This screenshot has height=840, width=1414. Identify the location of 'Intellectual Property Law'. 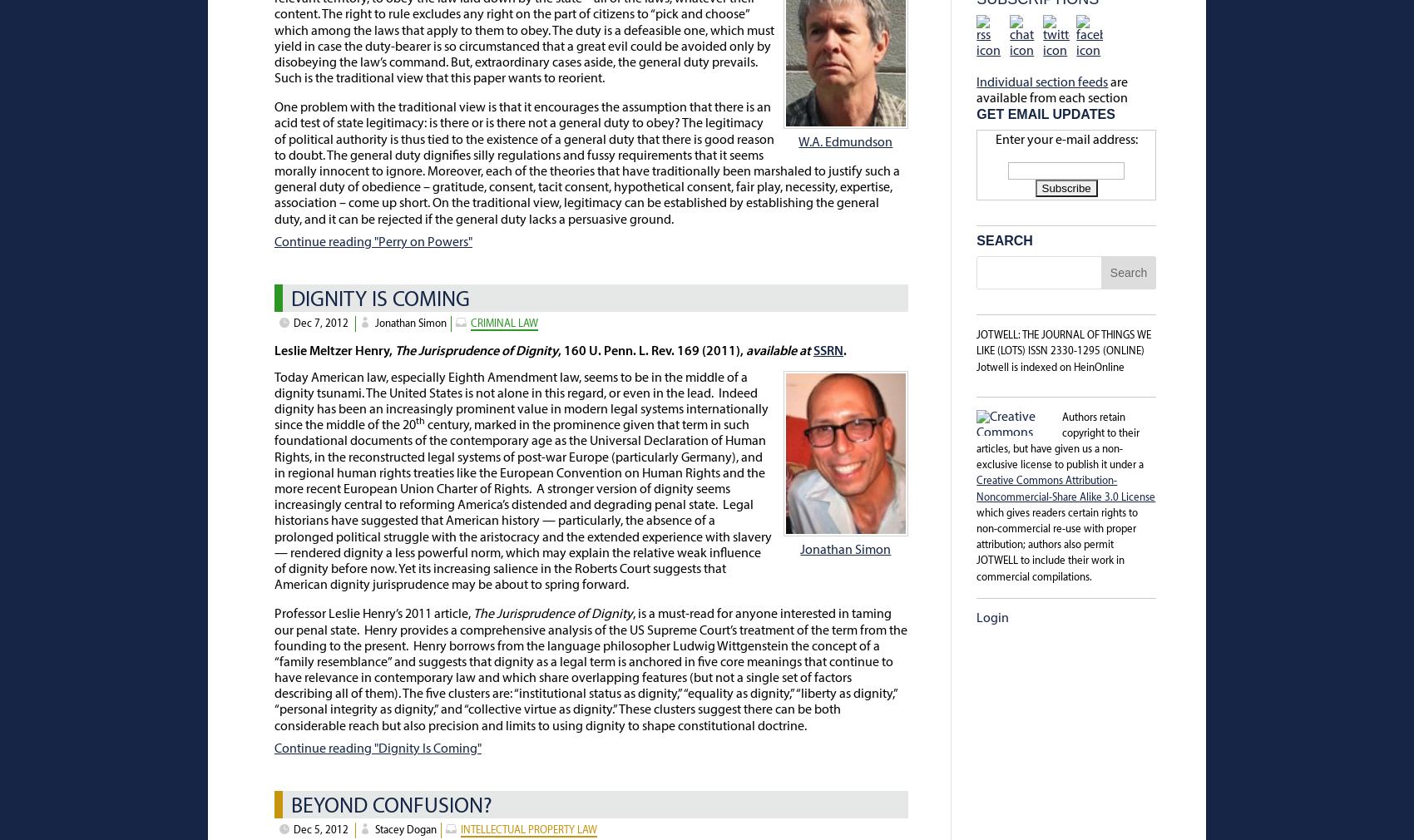
(527, 829).